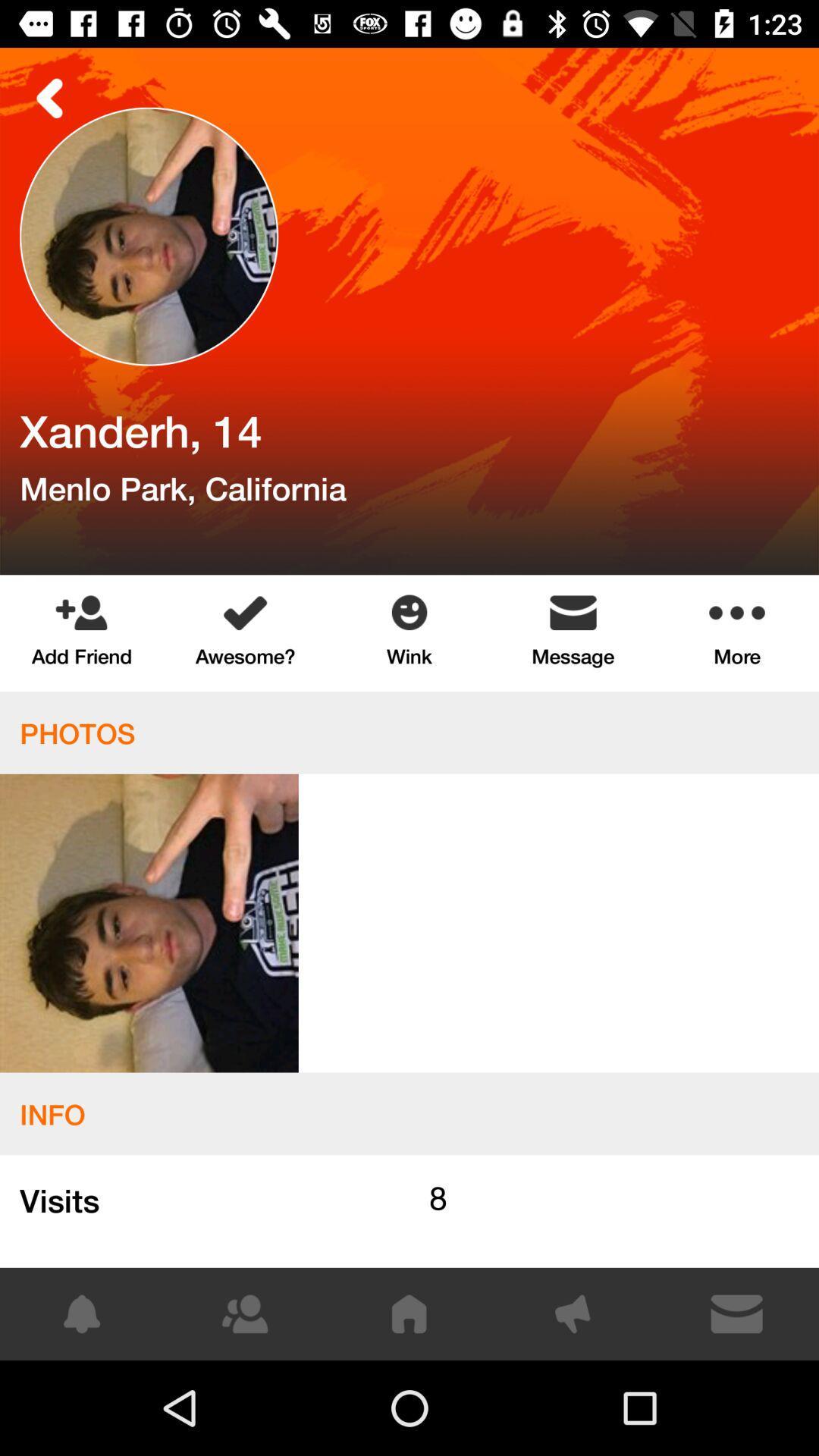 This screenshot has height=1456, width=819. I want to click on the arrow_backward icon, so click(49, 97).